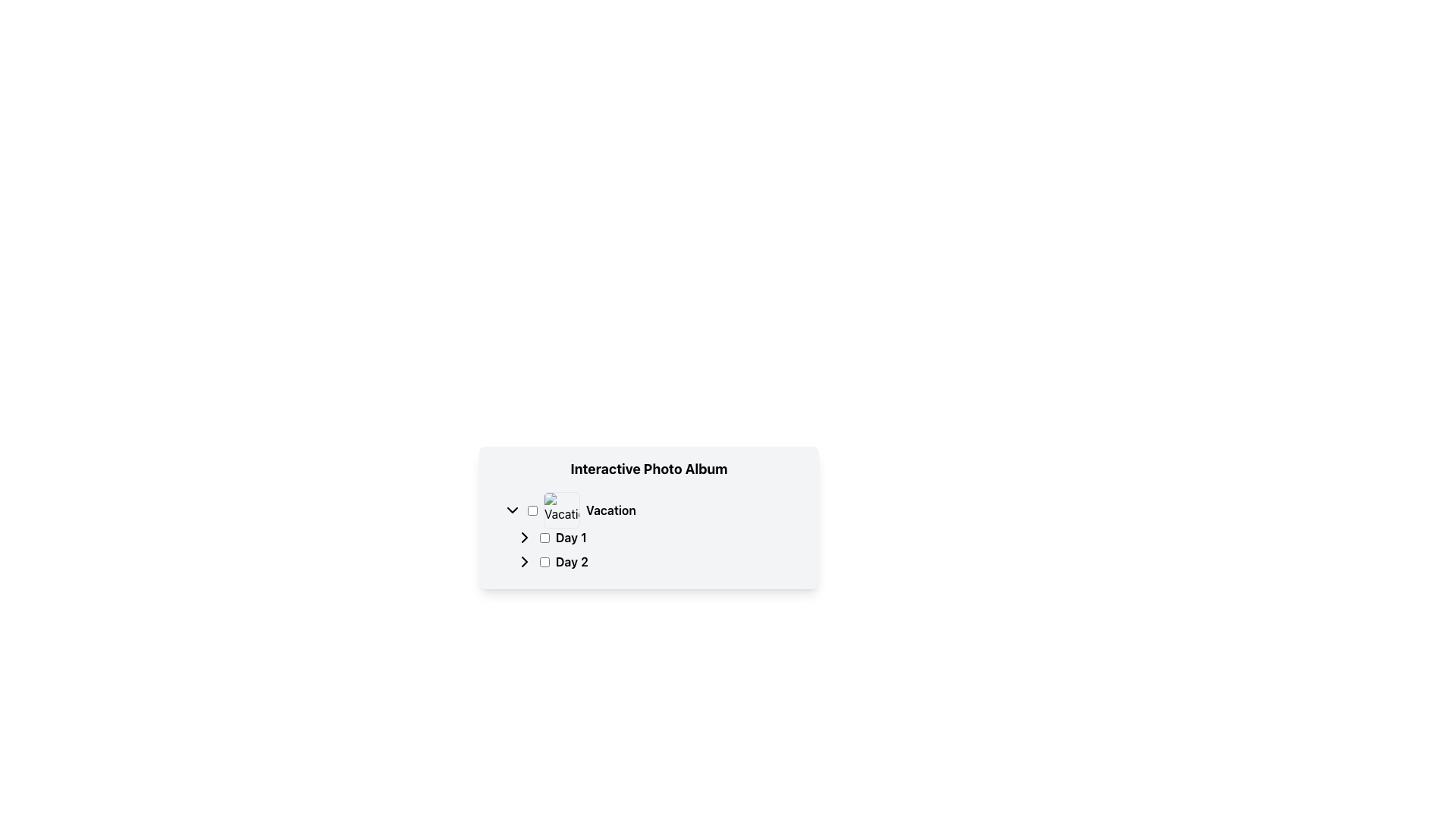 Image resolution: width=1456 pixels, height=819 pixels. What do you see at coordinates (524, 561) in the screenshot?
I see `the rightward-facing chevron icon button located in the 'Day 2' item area` at bounding box center [524, 561].